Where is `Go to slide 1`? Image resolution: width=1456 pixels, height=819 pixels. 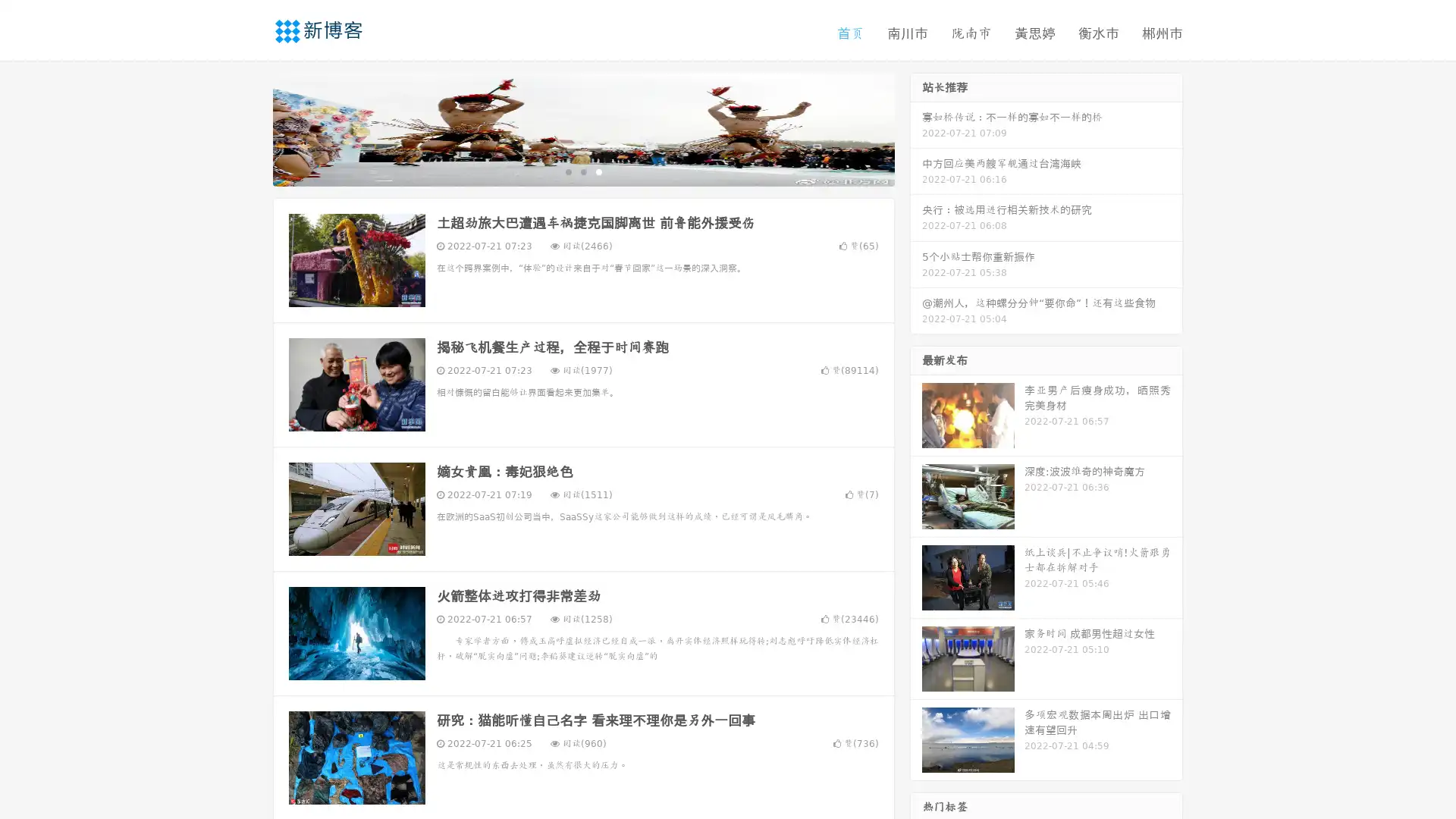
Go to slide 1 is located at coordinates (567, 171).